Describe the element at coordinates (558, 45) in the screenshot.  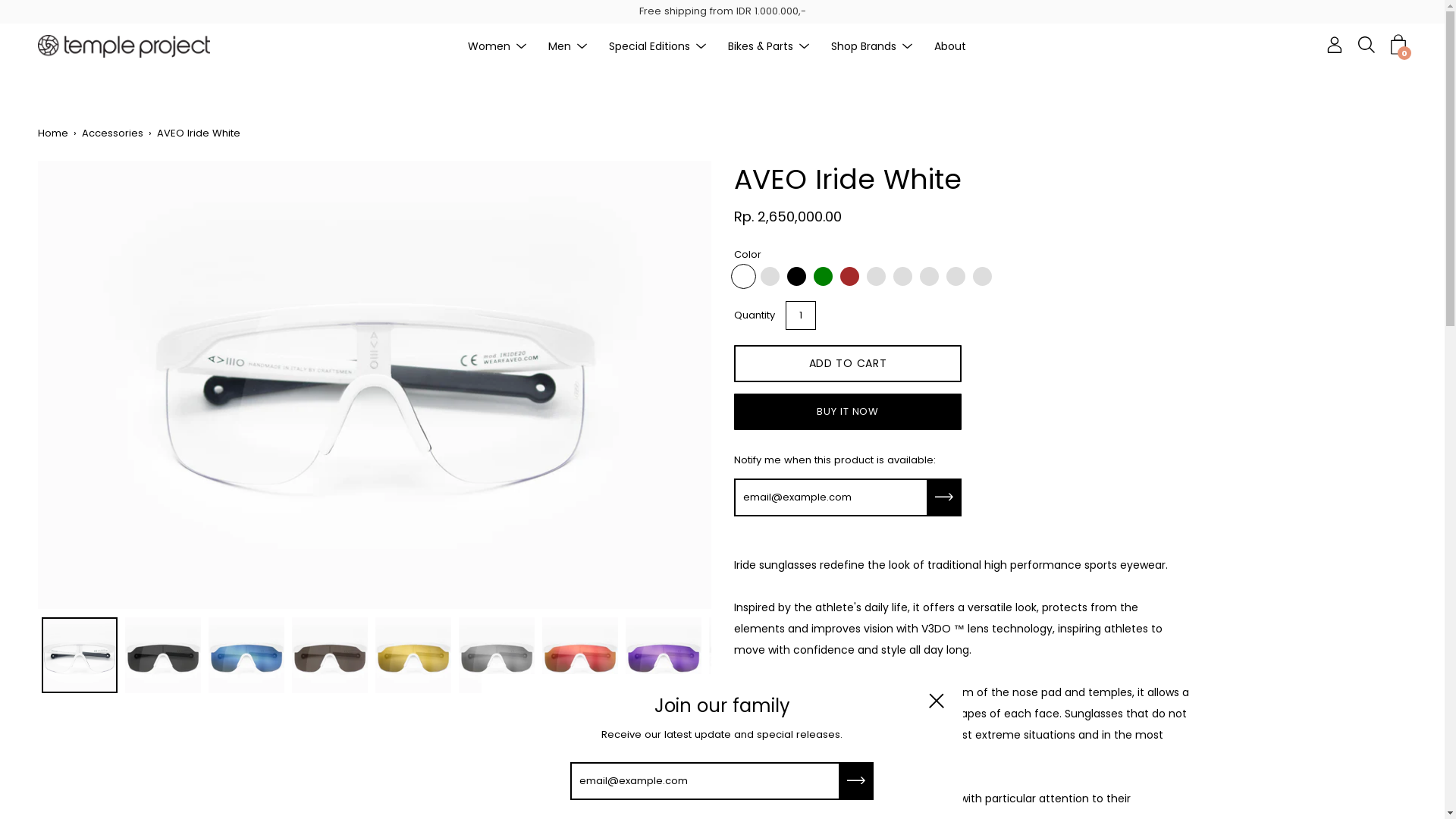
I see `'Men'` at that location.